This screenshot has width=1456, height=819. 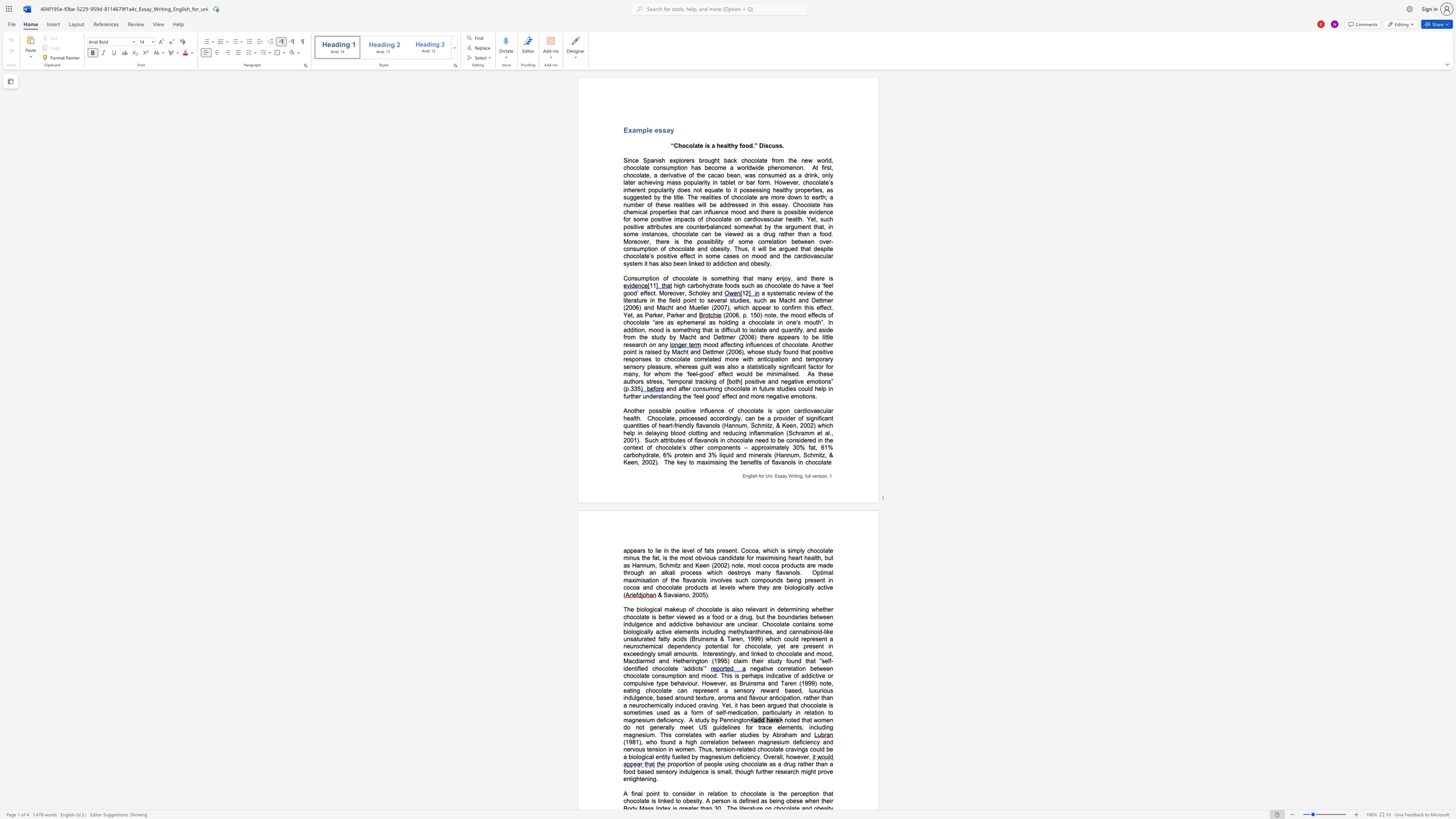 I want to click on the subset text "ependency potenti" within the text "a neurochemical dependency potential for chocolate, yet are present in exceedingly small amounts", so click(x=671, y=645).